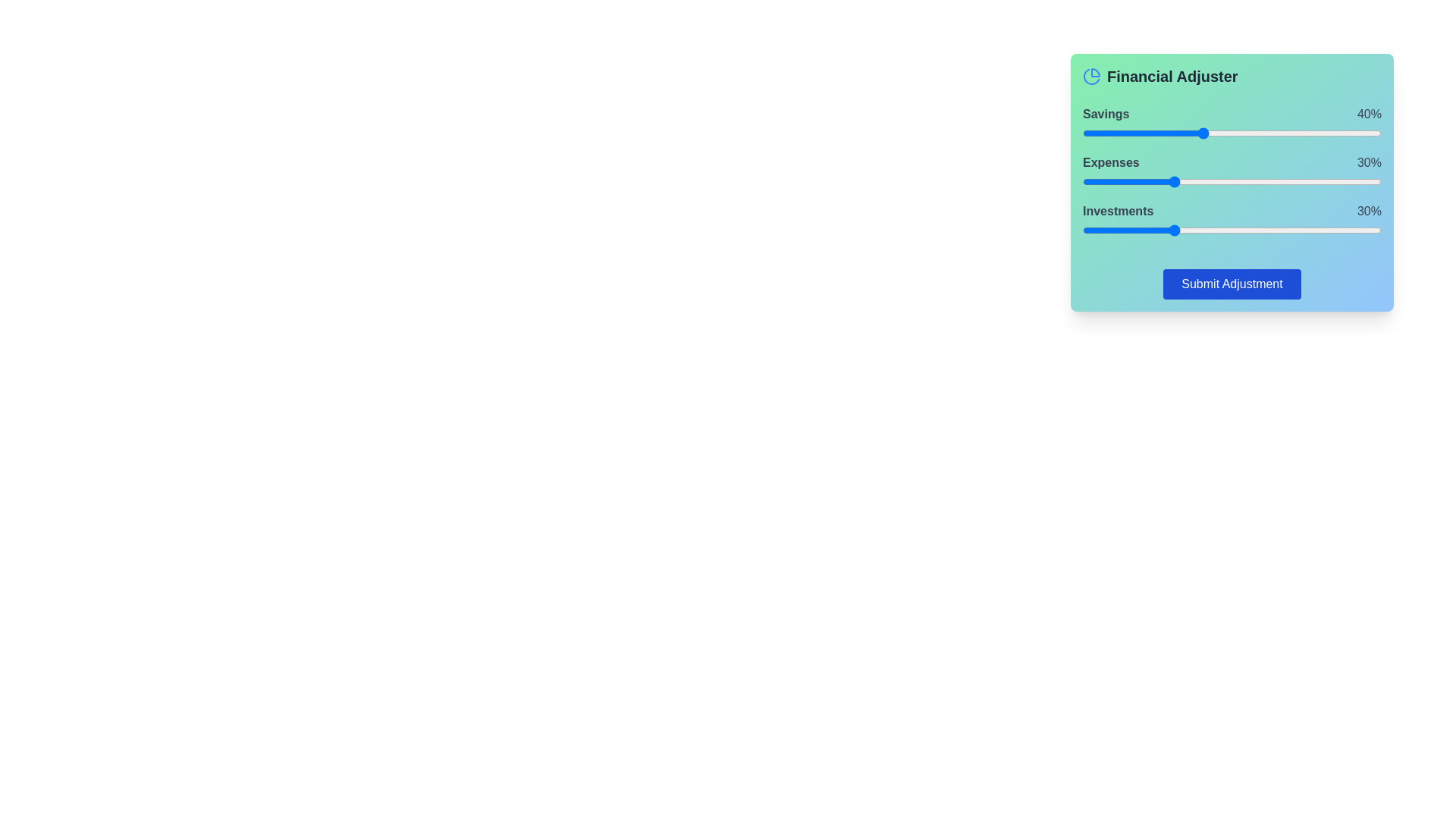  What do you see at coordinates (1282, 231) in the screenshot?
I see `the Investments slider to set the percentage to 67` at bounding box center [1282, 231].